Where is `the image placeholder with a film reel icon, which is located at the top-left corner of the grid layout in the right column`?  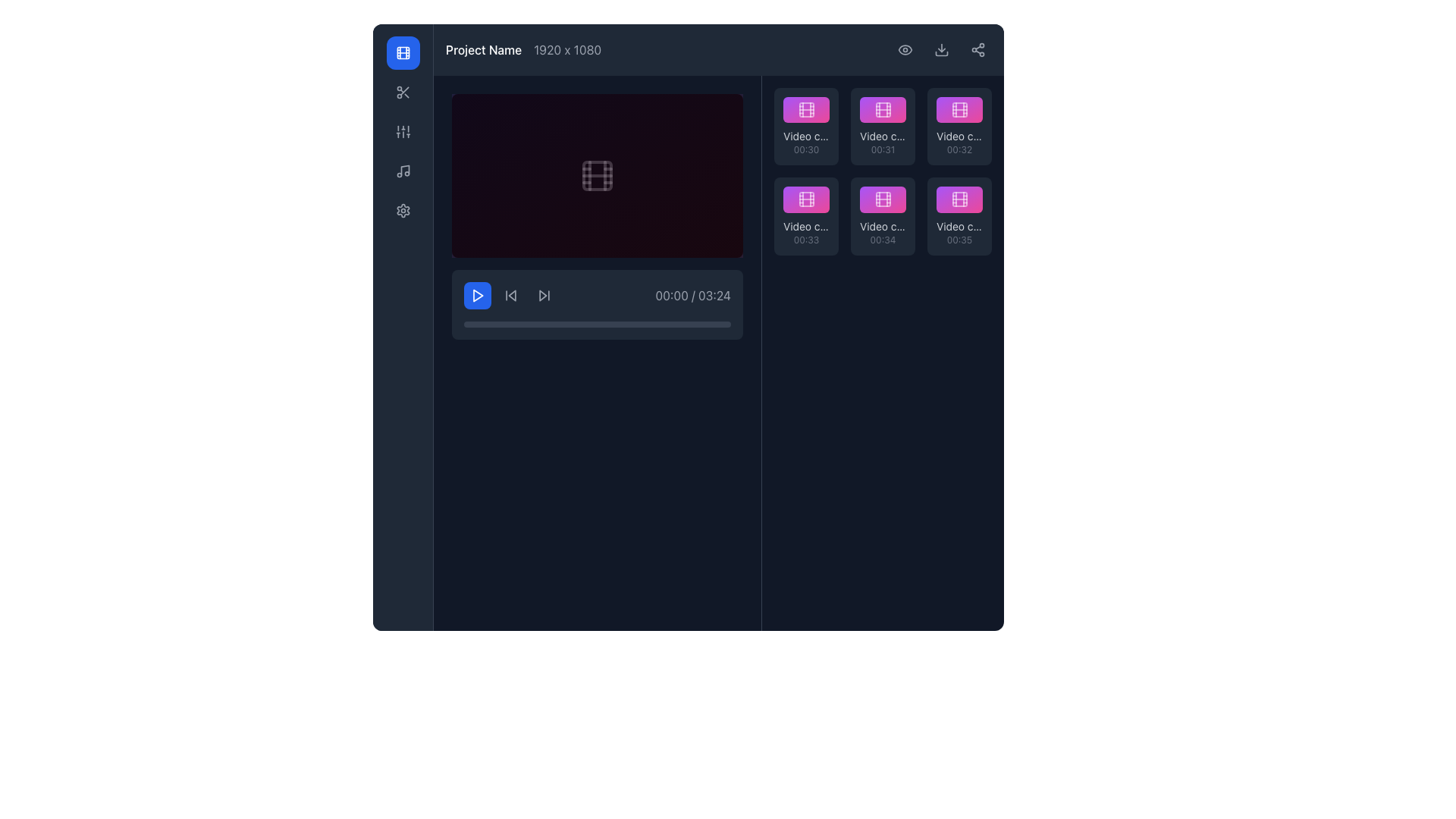 the image placeholder with a film reel icon, which is located at the top-left corner of the grid layout in the right column is located at coordinates (805, 109).